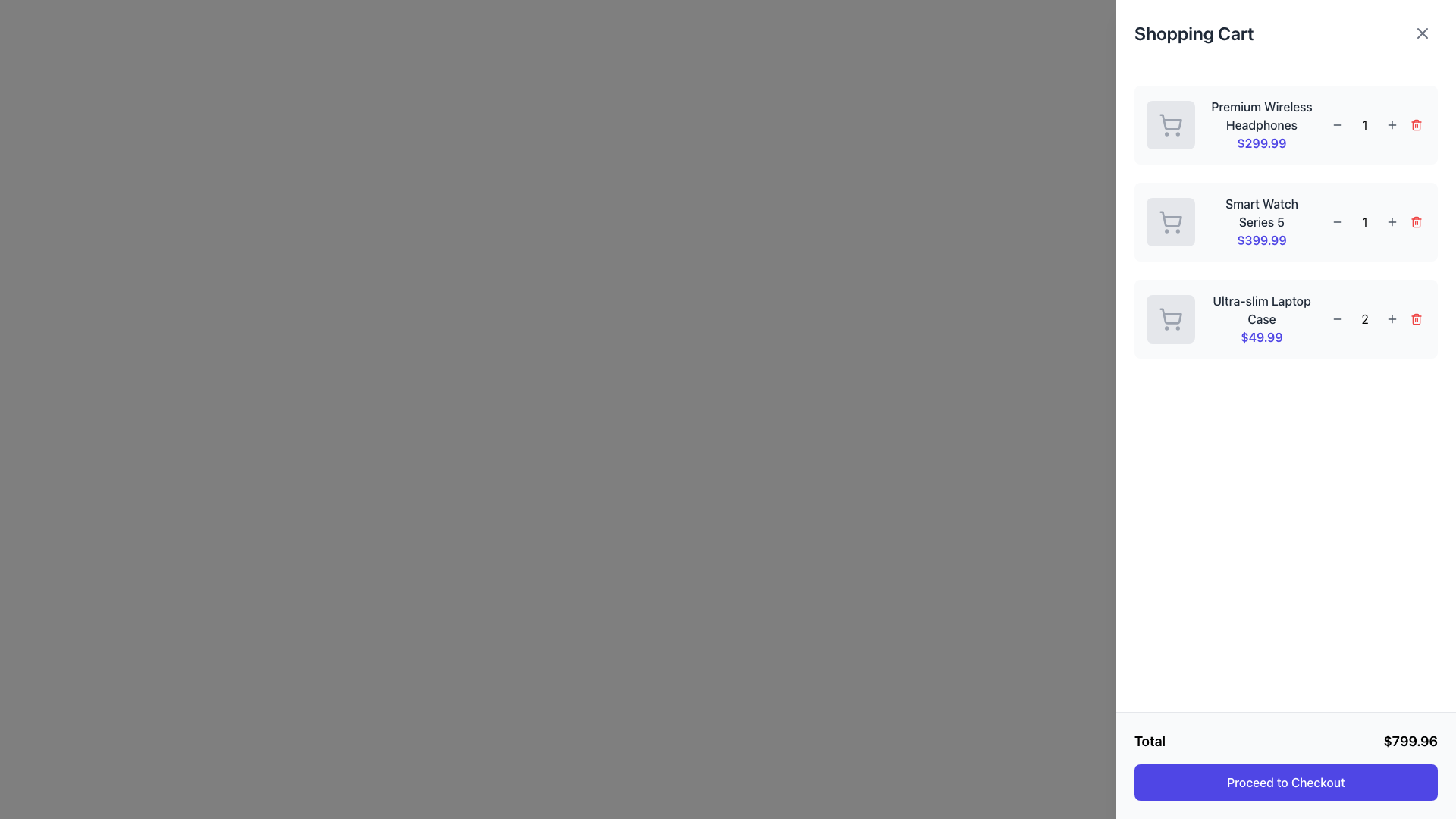 This screenshot has height=819, width=1456. I want to click on the small, square '+' button, so click(1392, 124).